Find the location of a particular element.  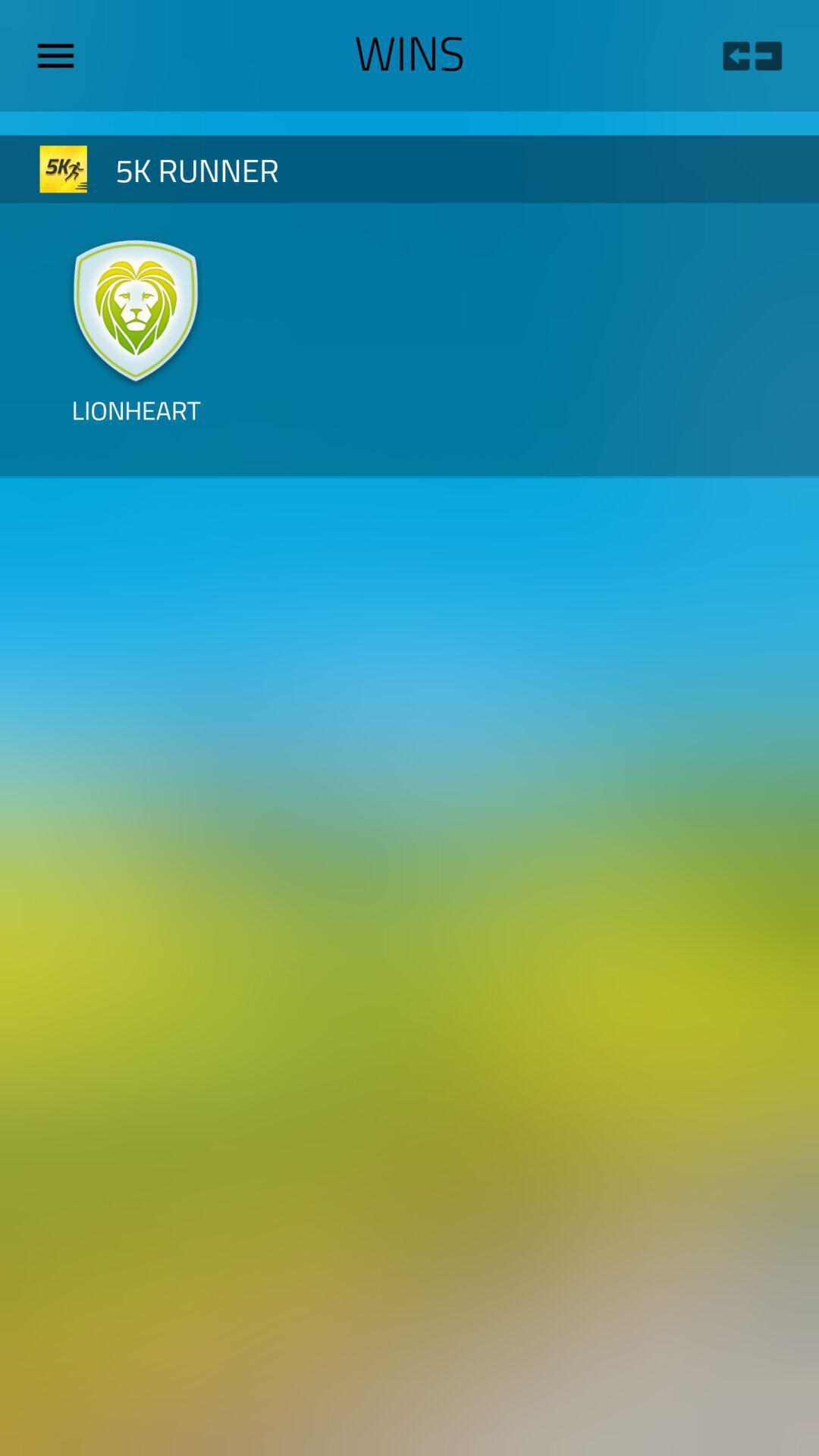

icon above the lionheart is located at coordinates (135, 309).